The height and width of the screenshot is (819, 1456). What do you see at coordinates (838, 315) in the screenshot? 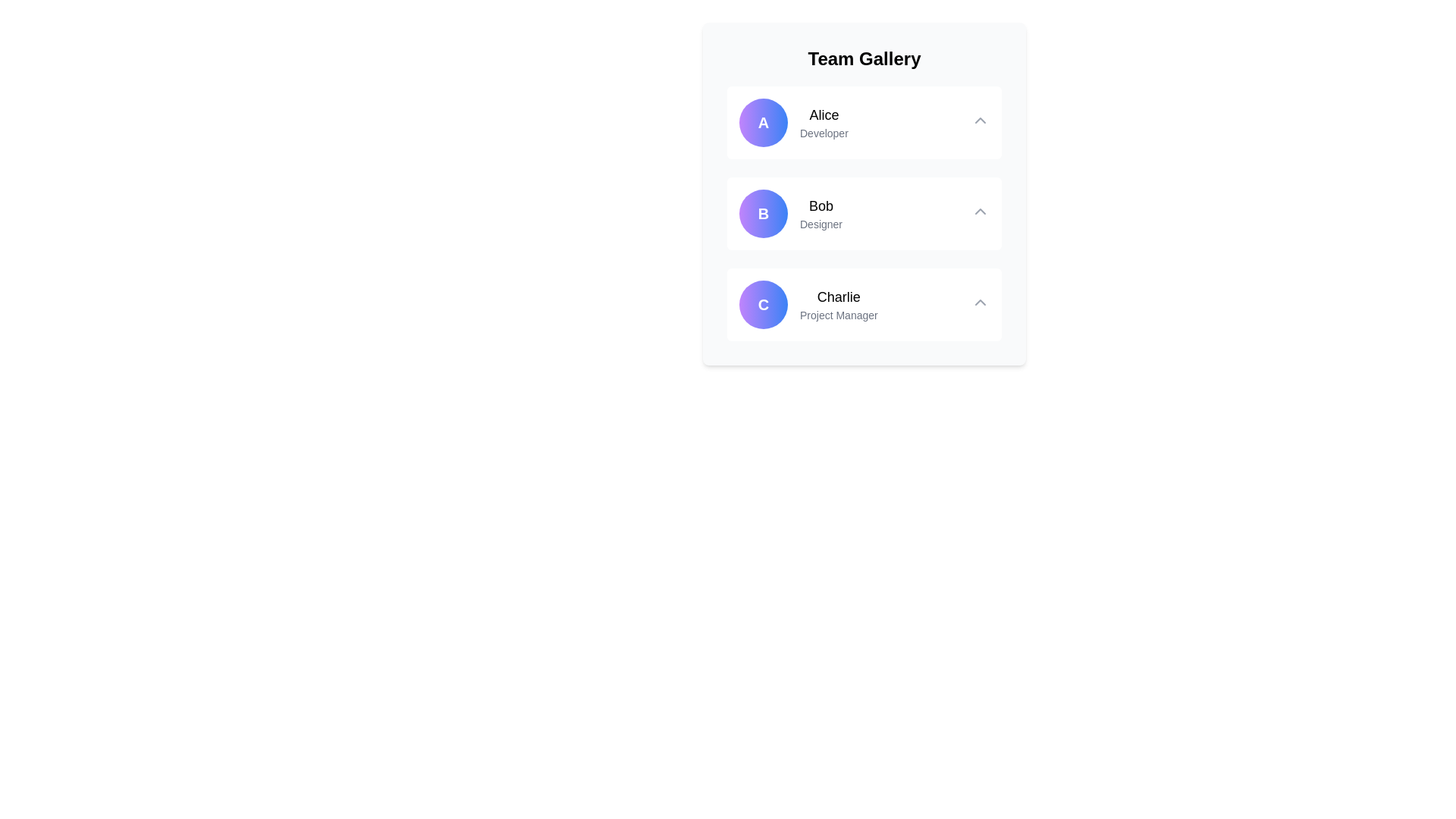
I see `the Text Label indicating the role or title of the user associated with the profile entry for 'Charlie', located below the name in the 'Team Gallery'` at bounding box center [838, 315].